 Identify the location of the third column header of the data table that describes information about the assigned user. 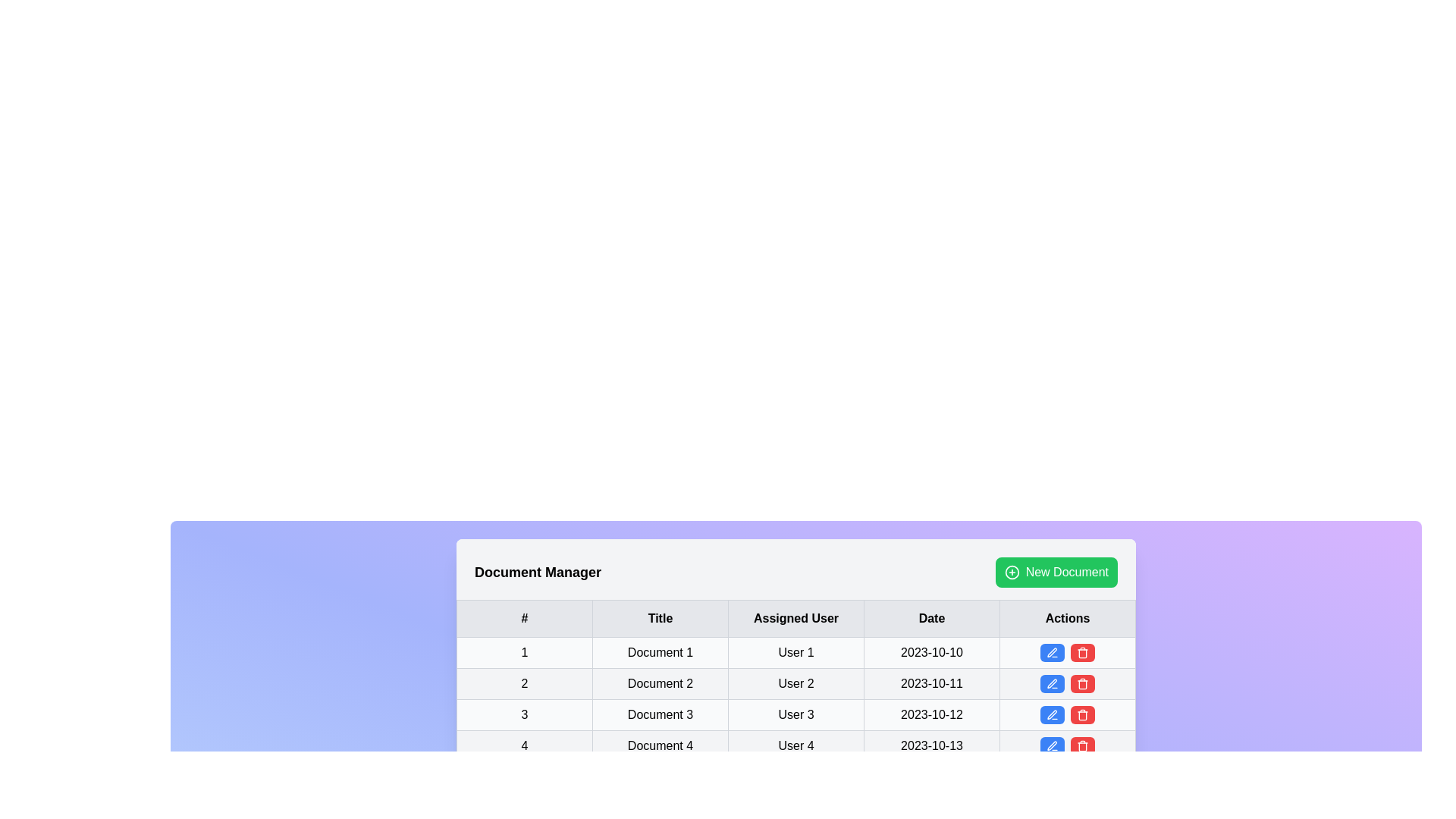
(795, 619).